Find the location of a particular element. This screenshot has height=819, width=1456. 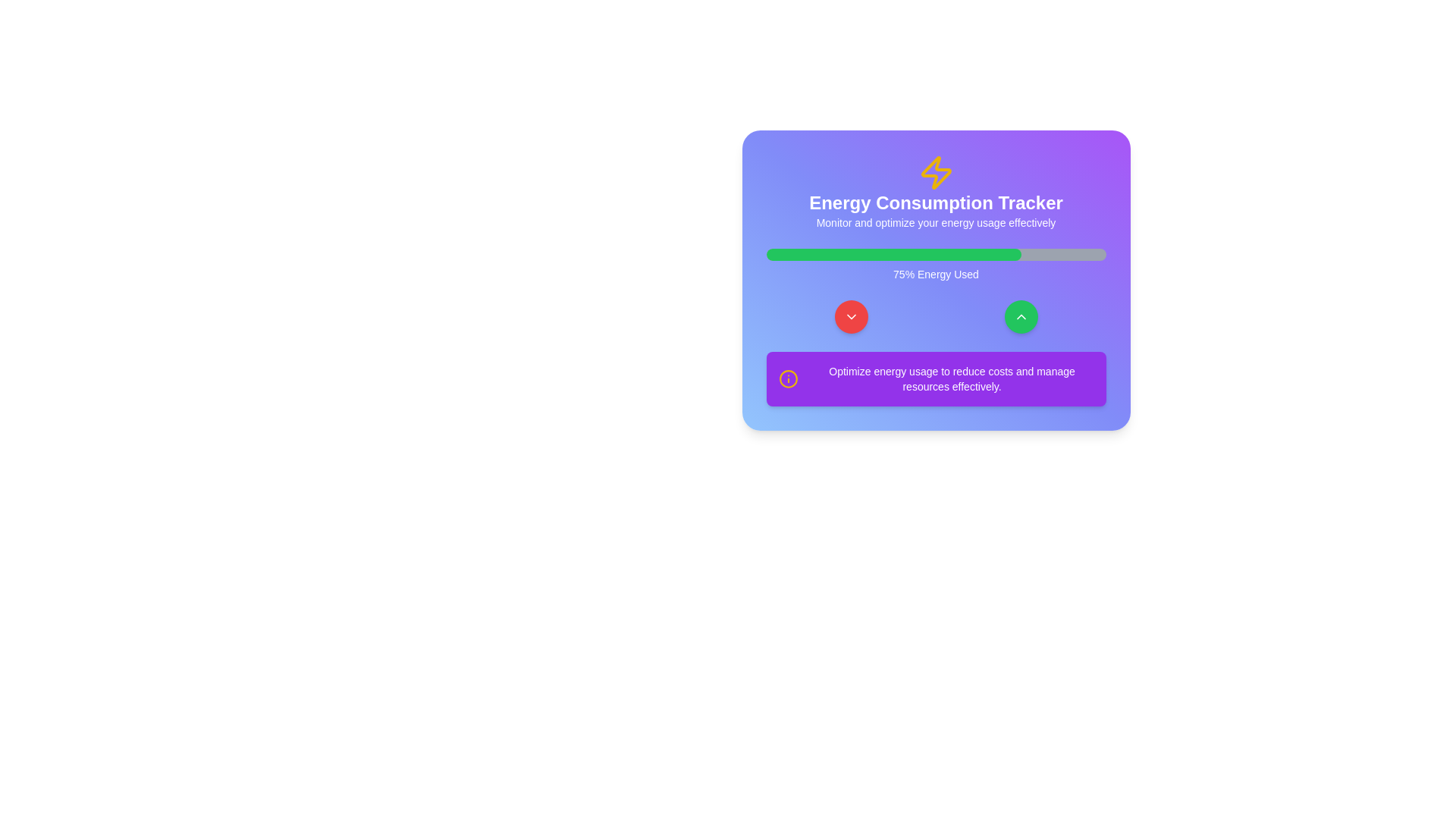

the Progress indicator bar that visually represents the consumption metric, located above the '75% Energy Used' label is located at coordinates (893, 253).